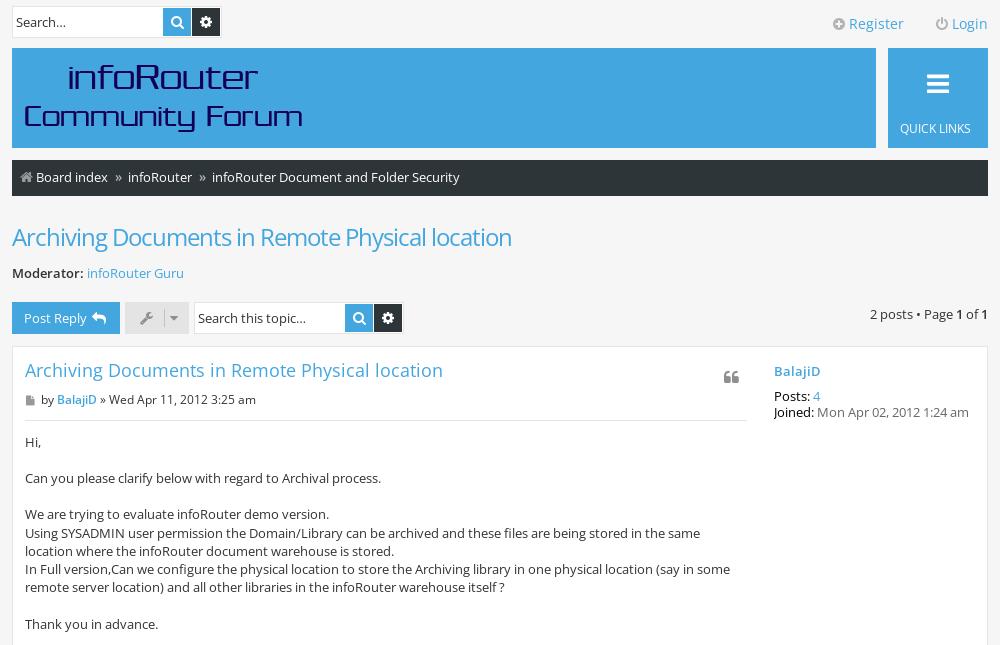 The image size is (1000, 645). I want to click on 'of', so click(971, 312).